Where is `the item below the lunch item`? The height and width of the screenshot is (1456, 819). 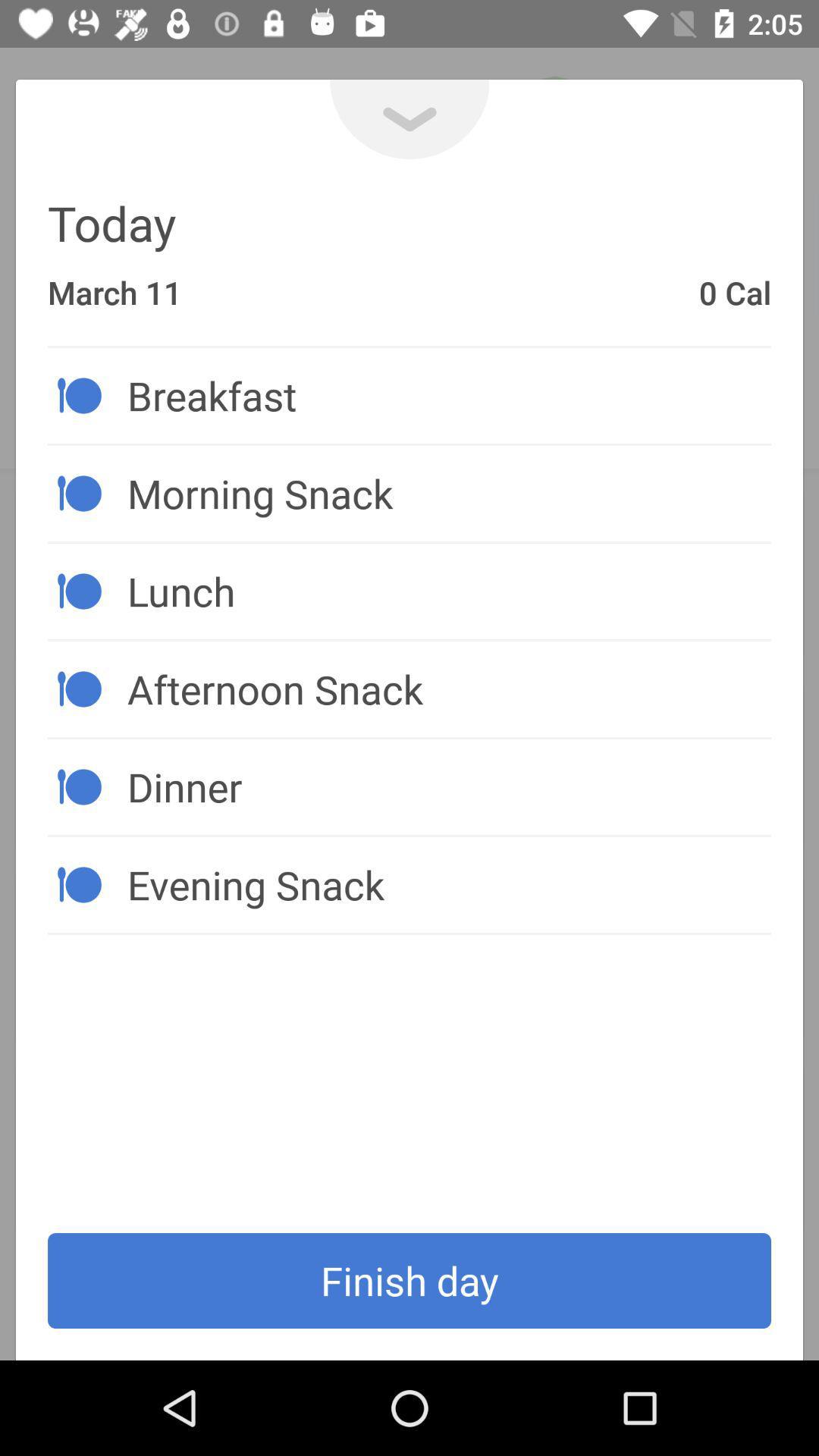
the item below the lunch item is located at coordinates (448, 688).